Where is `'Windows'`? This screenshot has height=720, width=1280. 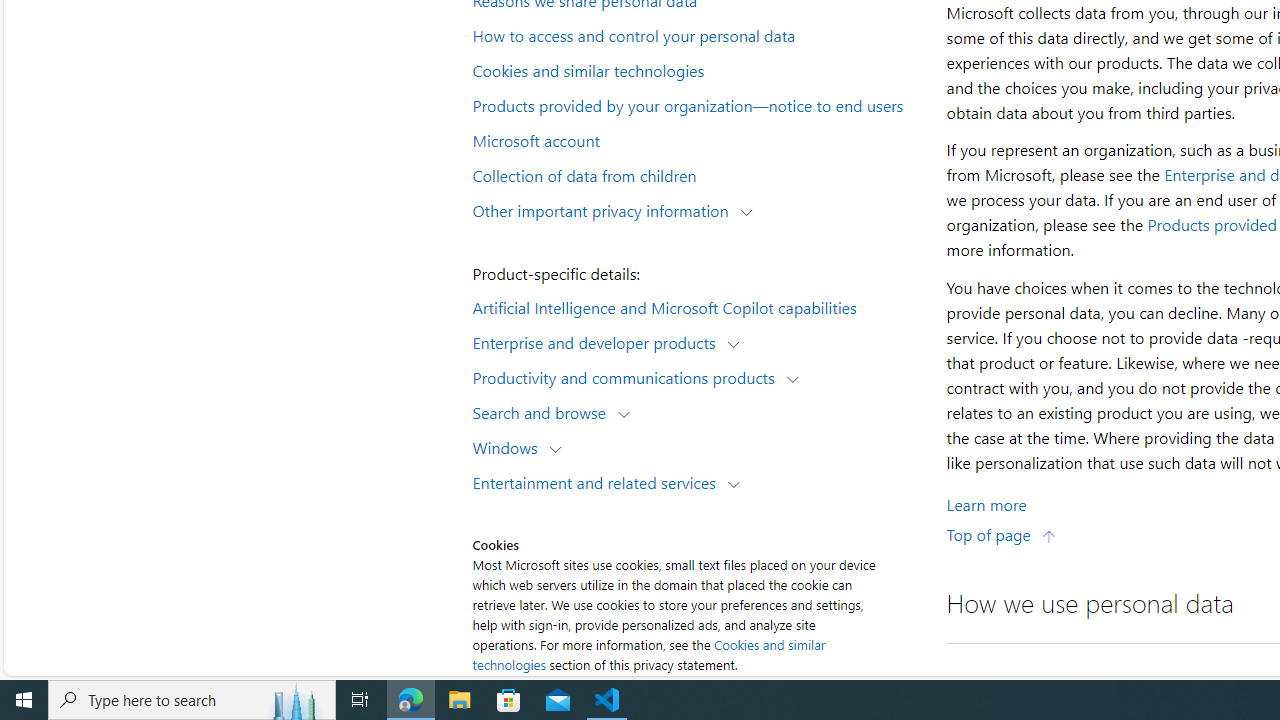
'Windows' is located at coordinates (510, 446).